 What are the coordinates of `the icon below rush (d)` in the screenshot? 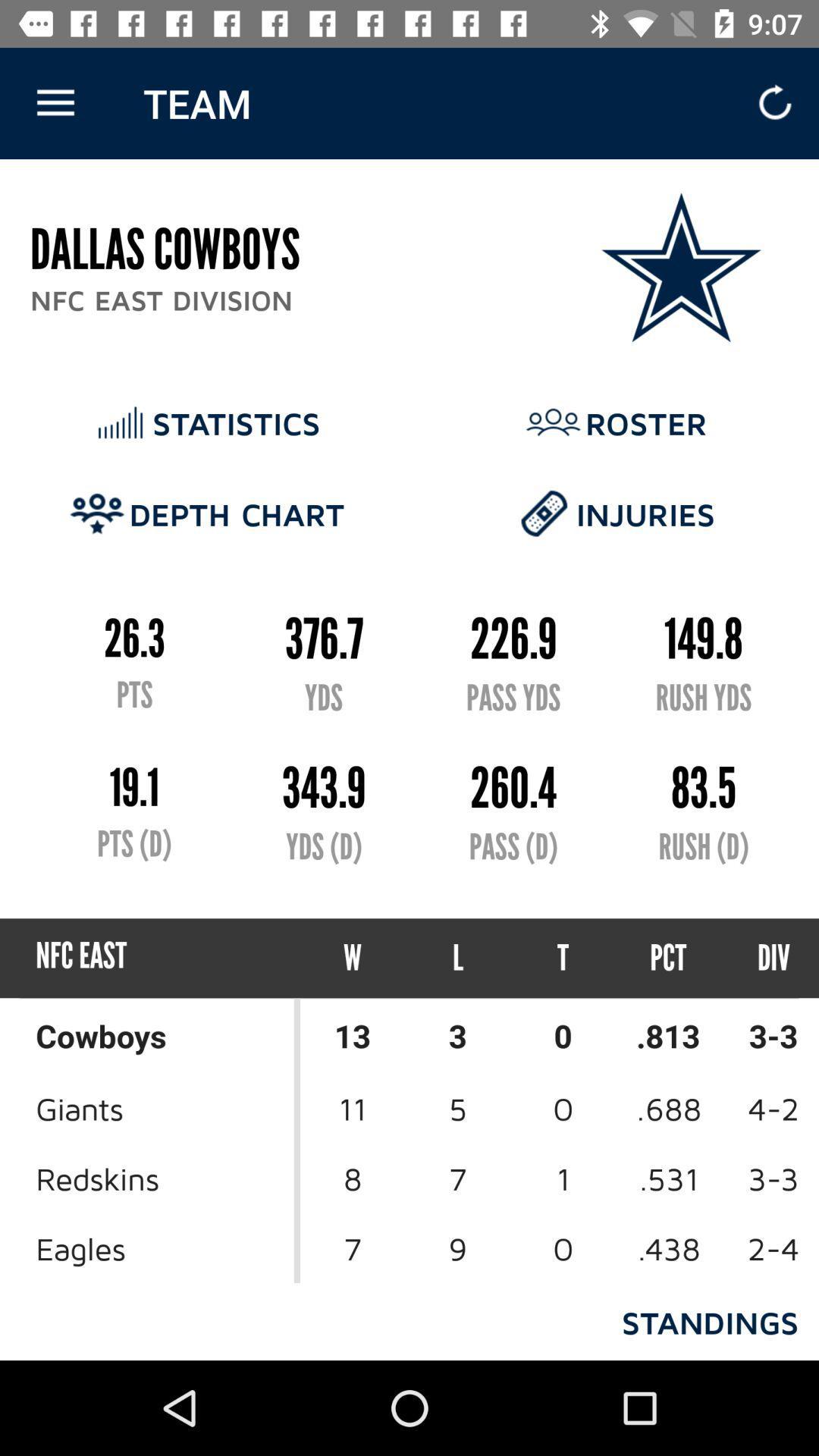 It's located at (760, 957).